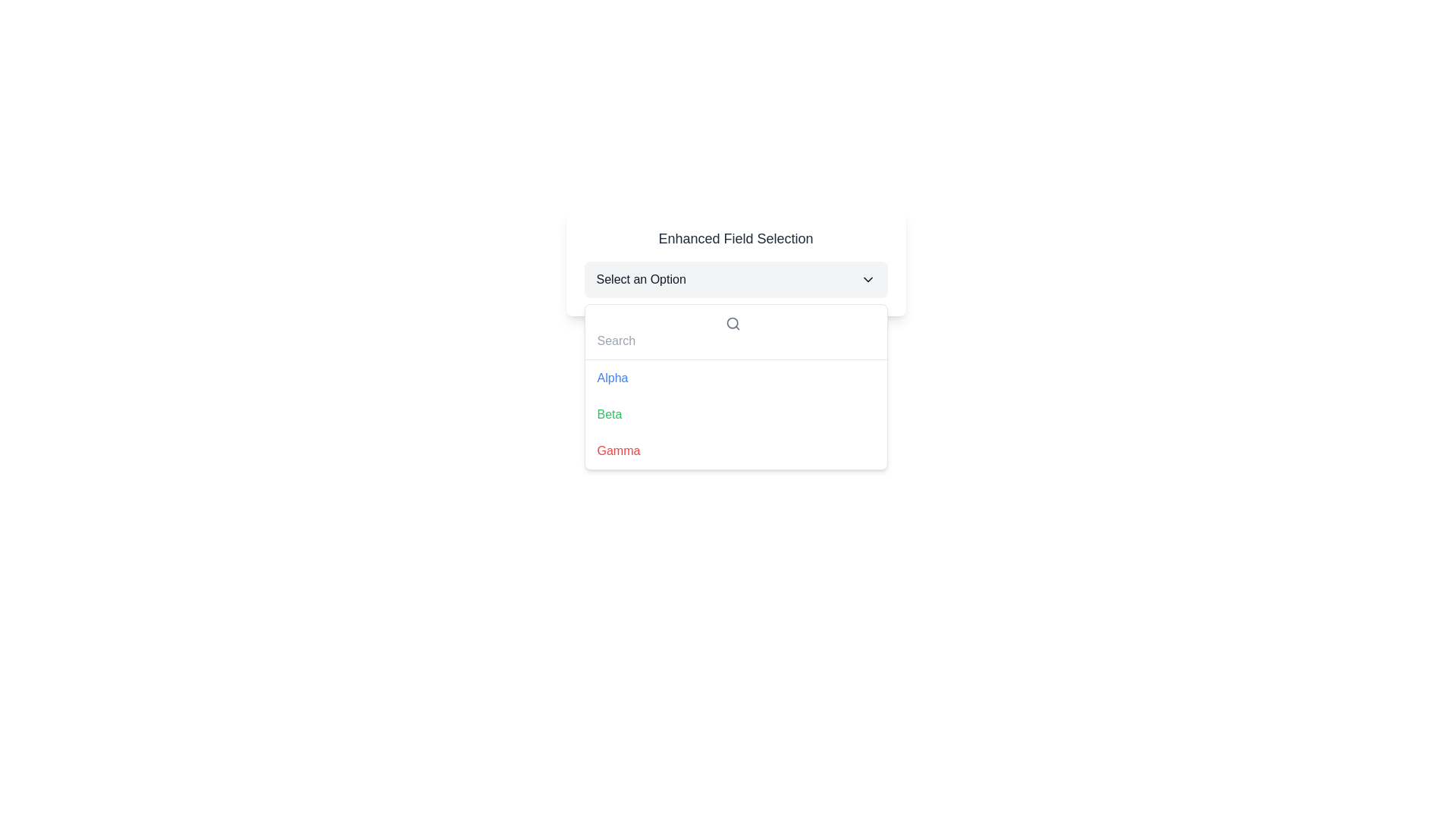 Image resolution: width=1456 pixels, height=819 pixels. Describe the element at coordinates (732, 322) in the screenshot. I see `the SVG circle element that is part of the search icon next to the 'Search' label in the 'Enhanced Field Selection' dropdown menu` at that location.